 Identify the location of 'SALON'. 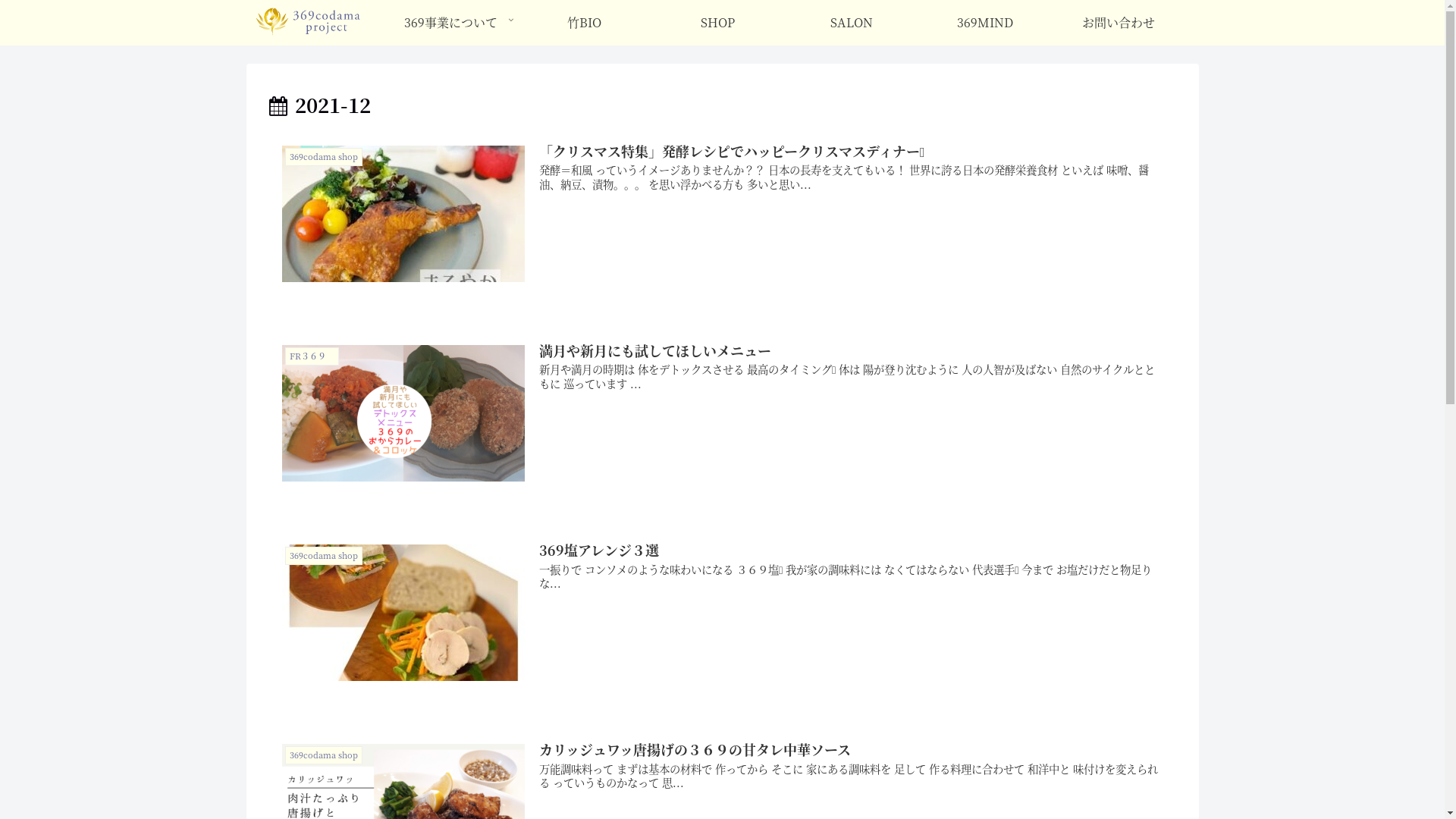
(785, 23).